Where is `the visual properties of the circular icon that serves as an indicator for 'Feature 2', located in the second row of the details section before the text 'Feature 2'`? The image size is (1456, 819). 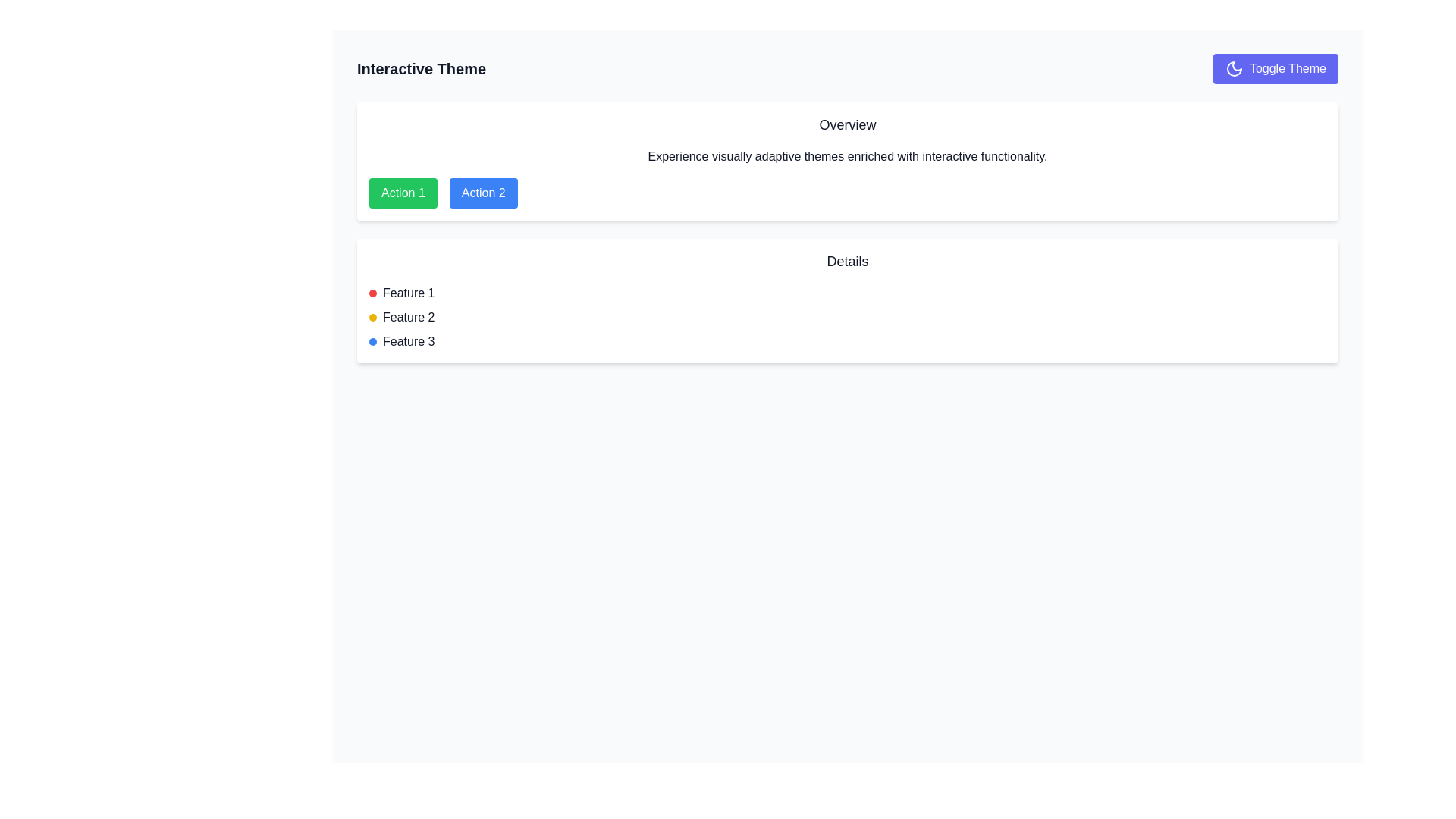
the visual properties of the circular icon that serves as an indicator for 'Feature 2', located in the second row of the details section before the text 'Feature 2' is located at coordinates (372, 317).